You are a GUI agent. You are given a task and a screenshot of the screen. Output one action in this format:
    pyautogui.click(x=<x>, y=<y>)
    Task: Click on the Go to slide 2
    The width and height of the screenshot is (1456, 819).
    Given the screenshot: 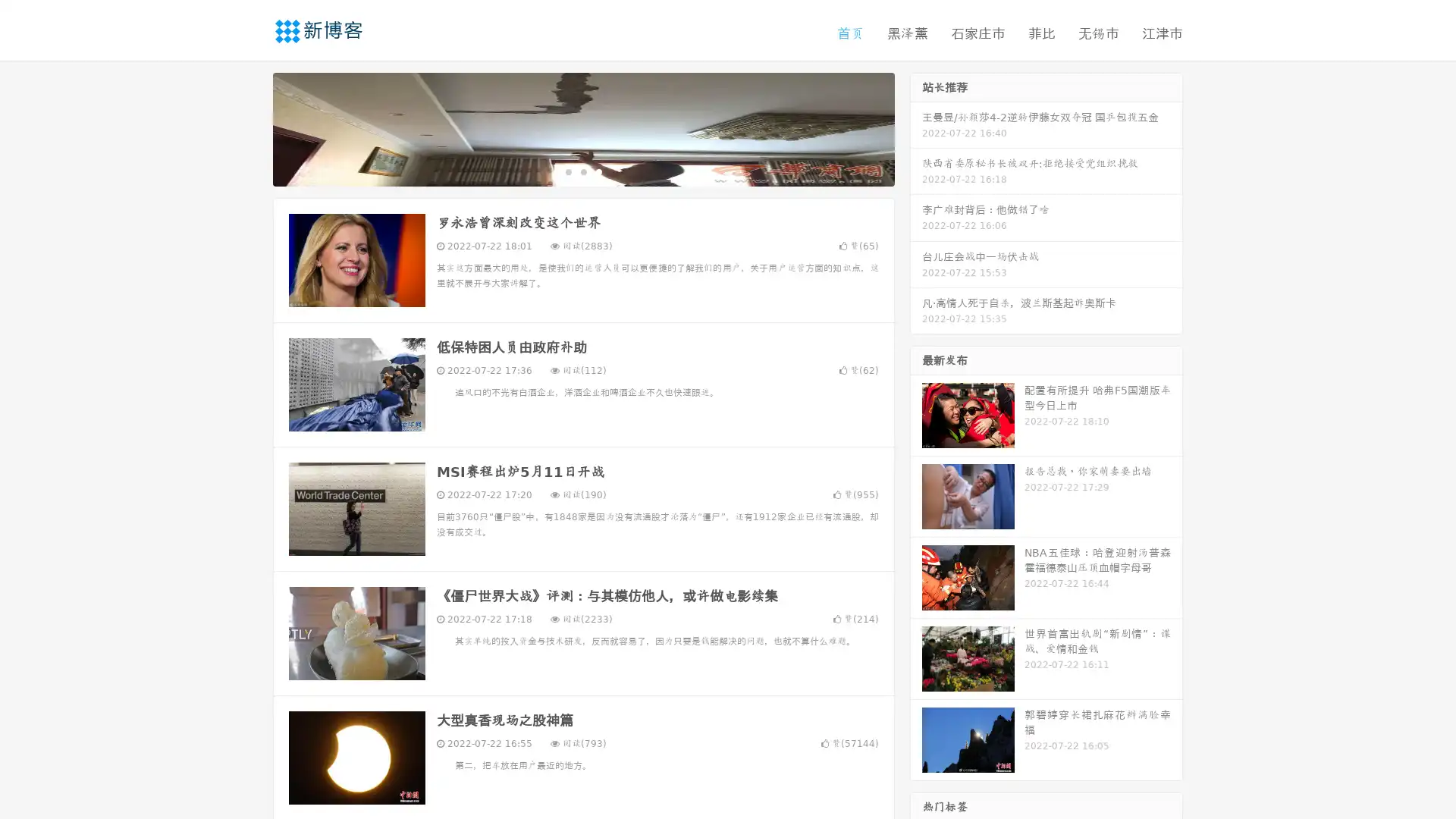 What is the action you would take?
    pyautogui.click(x=582, y=171)
    